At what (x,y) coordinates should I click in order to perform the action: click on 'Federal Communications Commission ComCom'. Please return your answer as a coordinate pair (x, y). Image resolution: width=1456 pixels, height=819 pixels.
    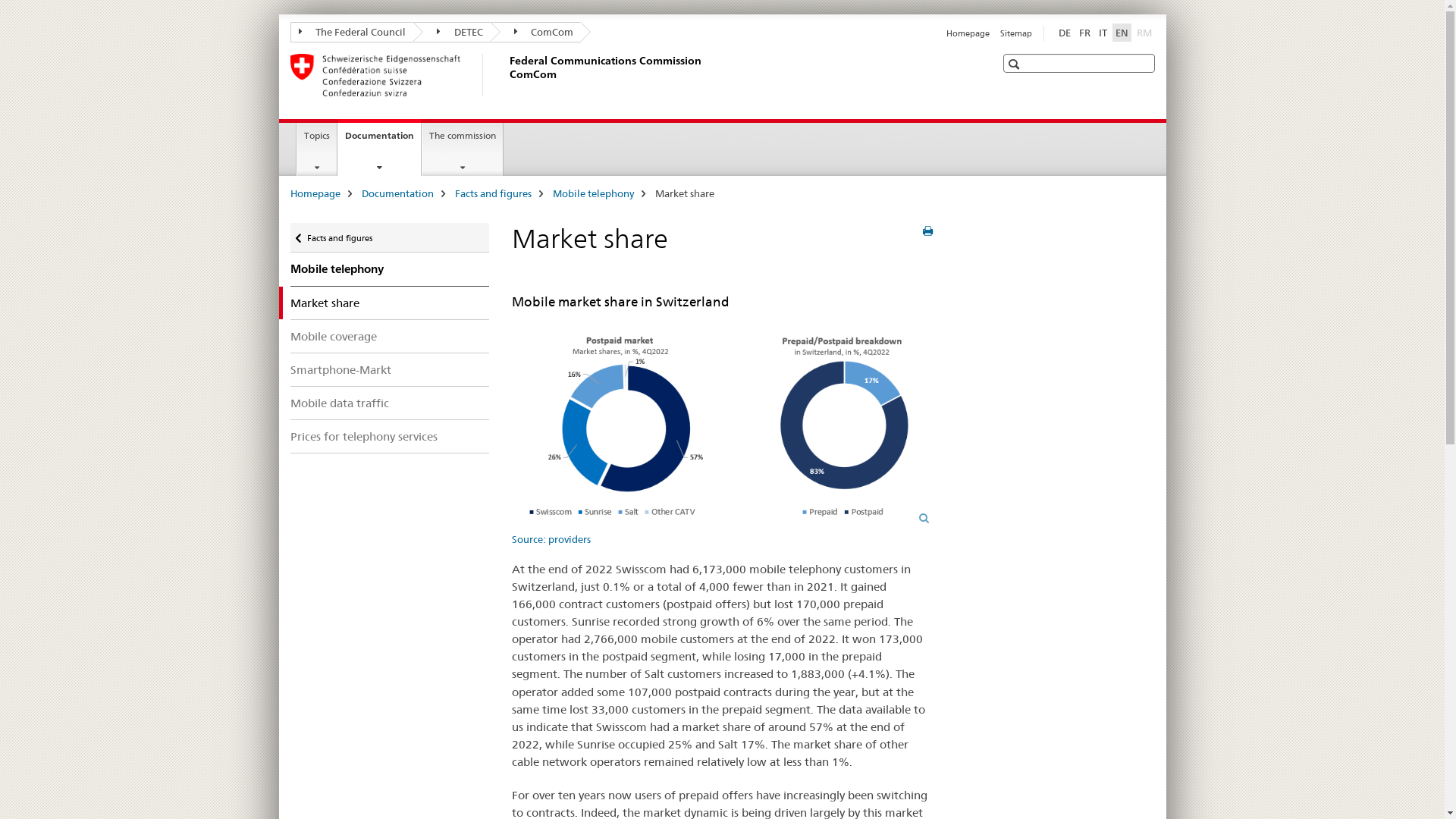
    Looking at the image, I should click on (506, 75).